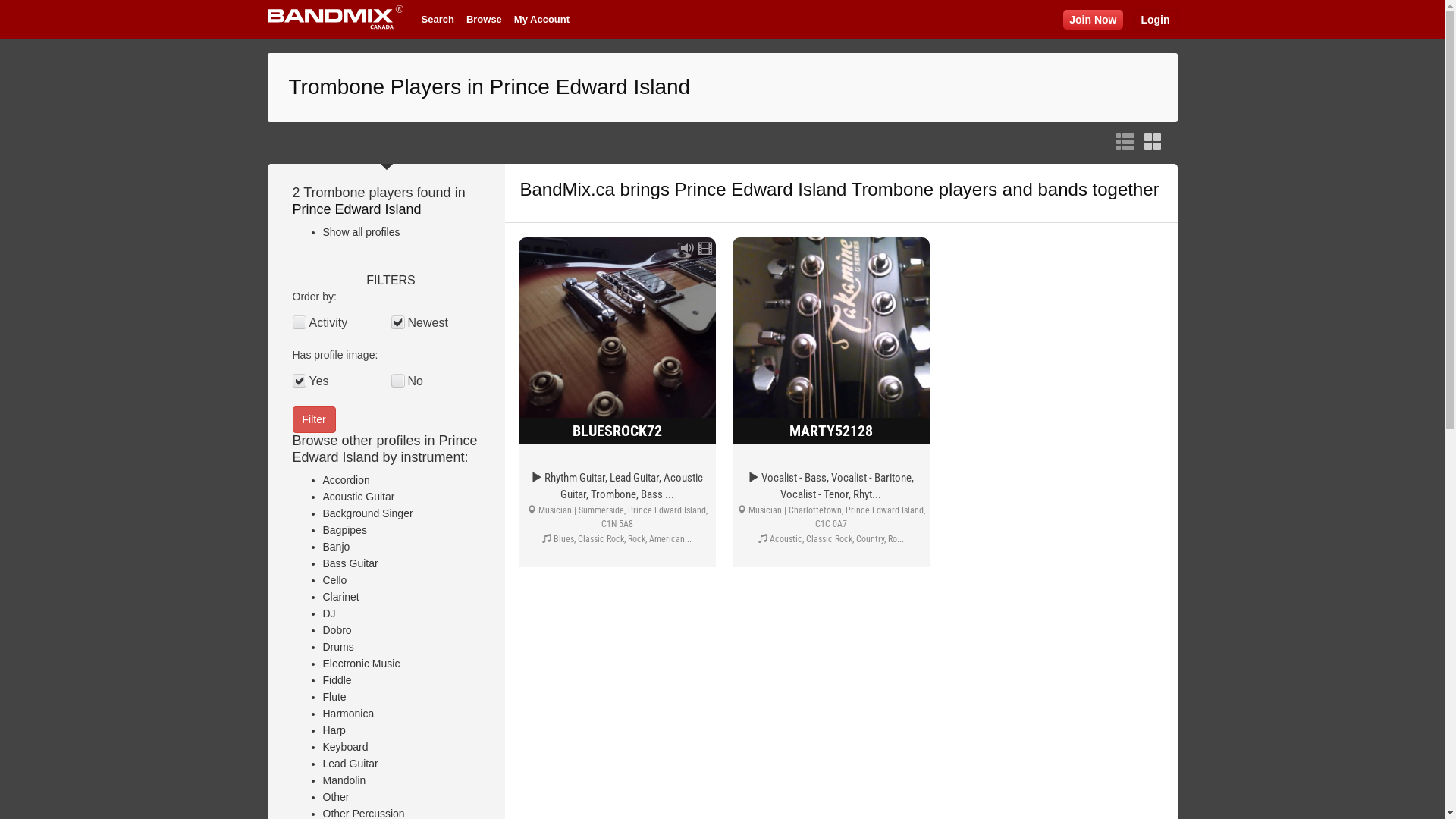 This screenshot has height=819, width=1456. What do you see at coordinates (292, 209) in the screenshot?
I see `'Prince Edward Island'` at bounding box center [292, 209].